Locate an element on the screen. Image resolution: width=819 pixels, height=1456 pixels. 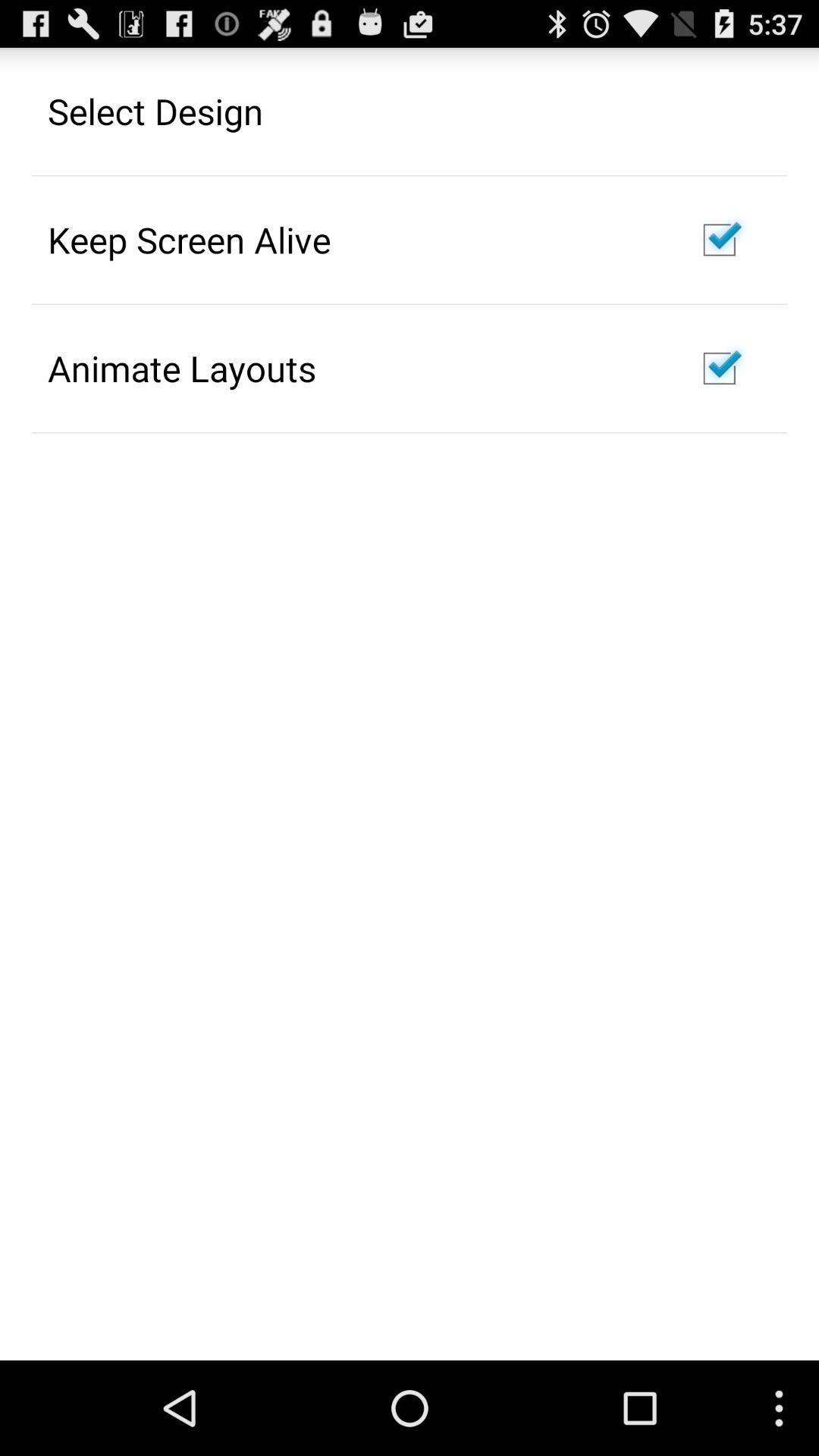
select design app is located at coordinates (155, 110).